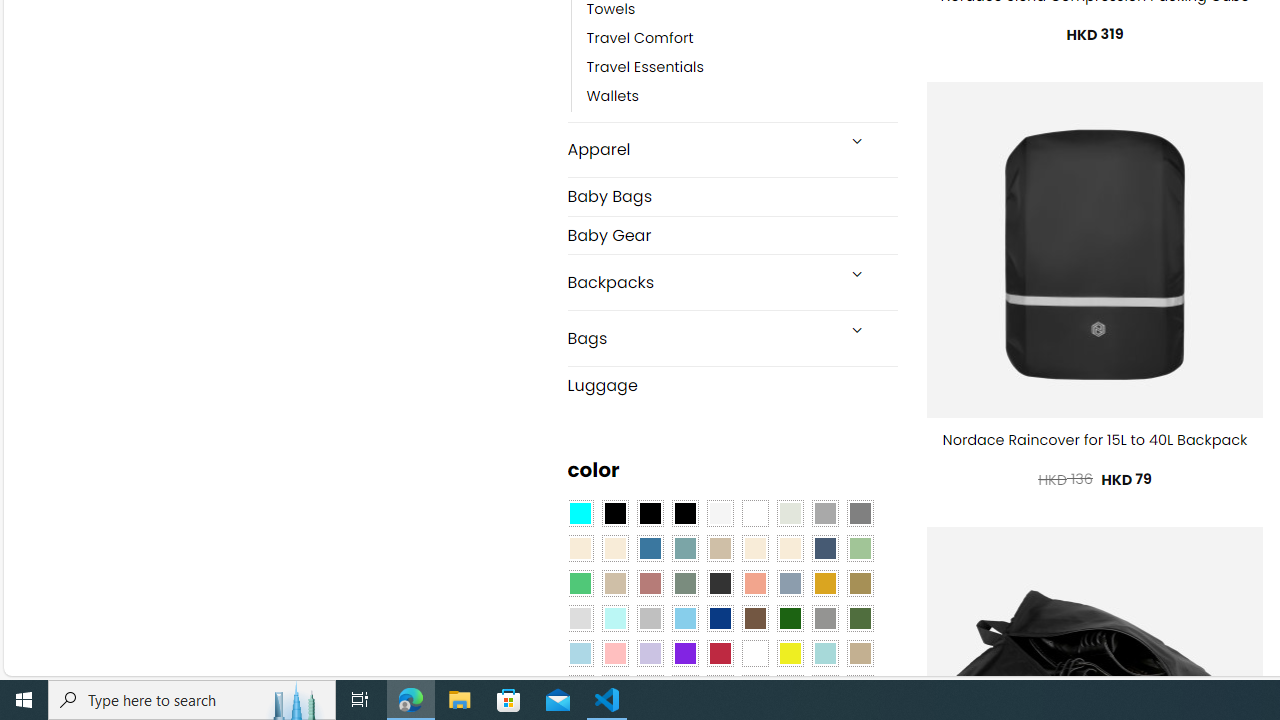 The height and width of the screenshot is (720, 1280). I want to click on 'Backpacks', so click(700, 282).